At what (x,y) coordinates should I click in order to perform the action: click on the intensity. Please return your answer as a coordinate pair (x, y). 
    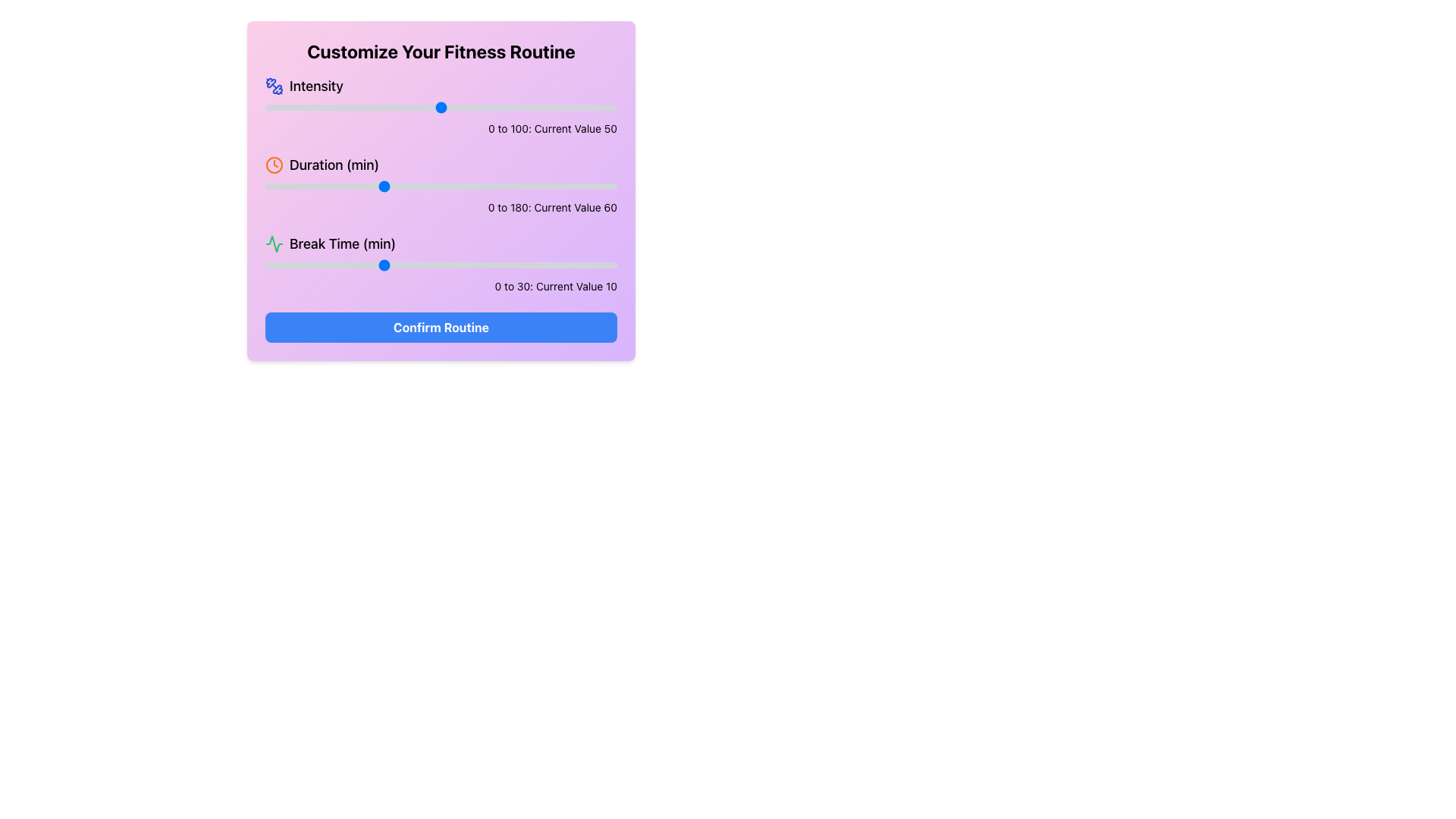
    Looking at the image, I should click on (543, 107).